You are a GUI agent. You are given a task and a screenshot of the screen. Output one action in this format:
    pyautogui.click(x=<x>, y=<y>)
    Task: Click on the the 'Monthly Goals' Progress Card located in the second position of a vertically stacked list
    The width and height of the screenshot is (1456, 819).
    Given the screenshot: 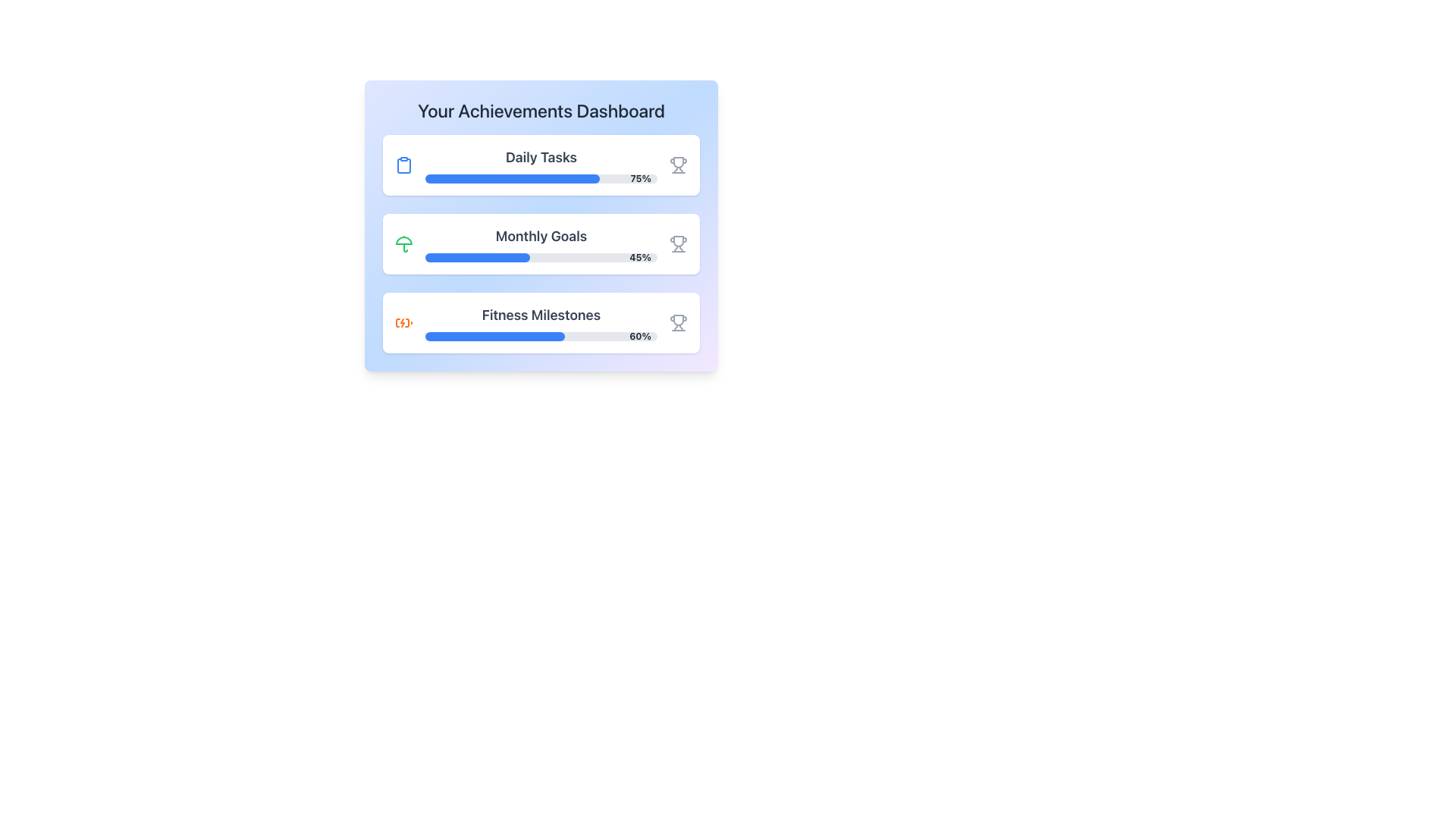 What is the action you would take?
    pyautogui.click(x=541, y=243)
    